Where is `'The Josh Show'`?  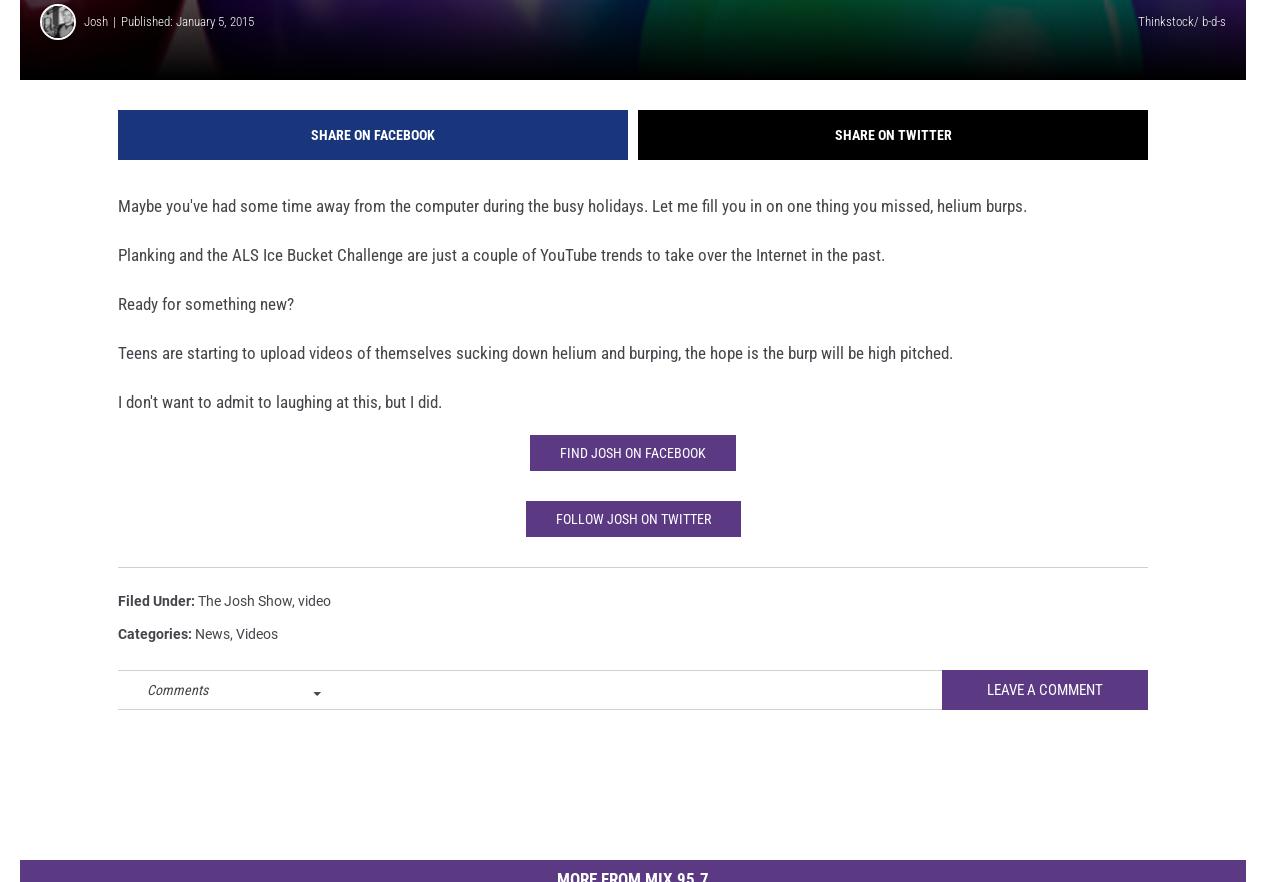 'The Josh Show' is located at coordinates (244, 626).